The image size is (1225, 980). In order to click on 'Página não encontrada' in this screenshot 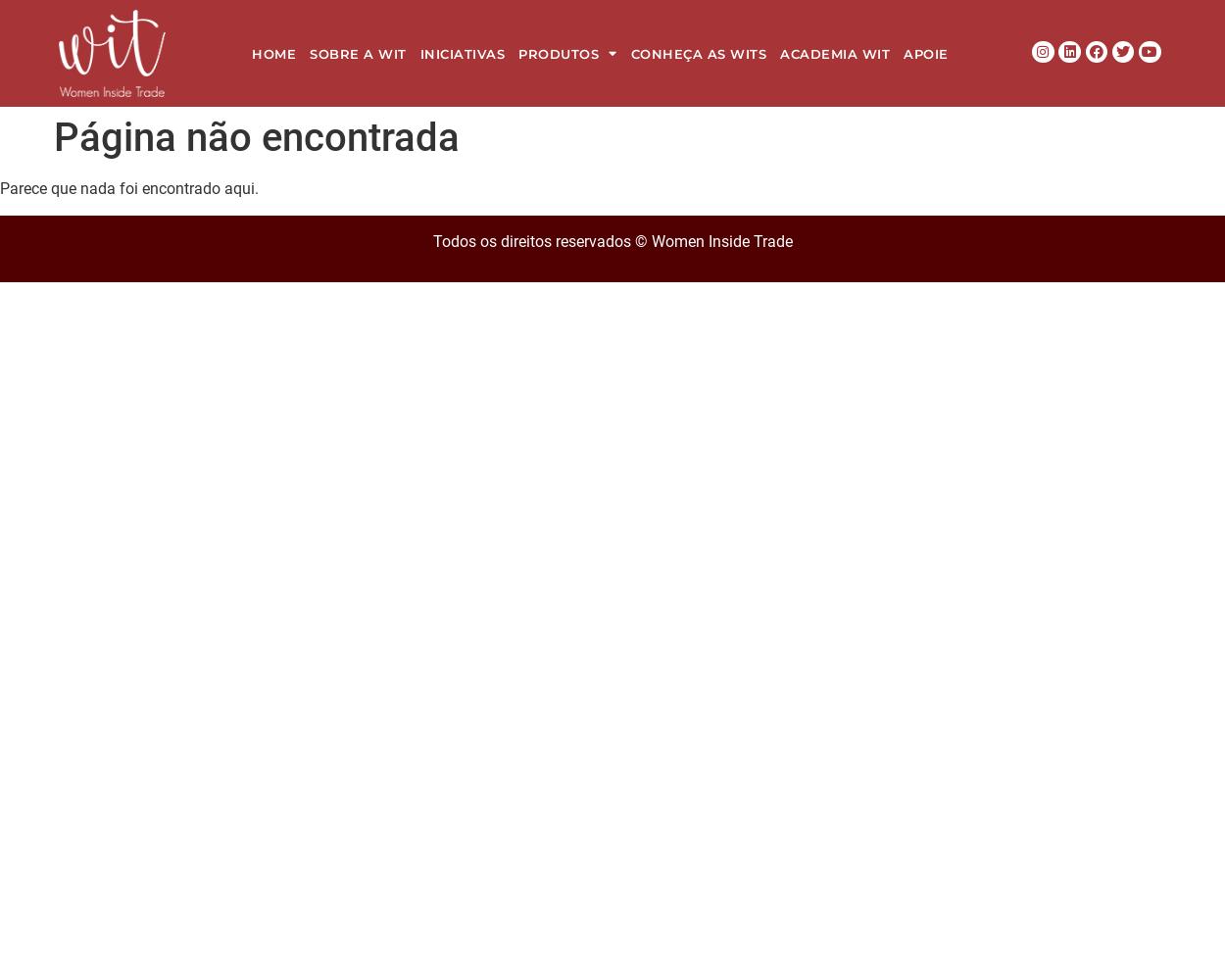, I will do `click(257, 137)`.